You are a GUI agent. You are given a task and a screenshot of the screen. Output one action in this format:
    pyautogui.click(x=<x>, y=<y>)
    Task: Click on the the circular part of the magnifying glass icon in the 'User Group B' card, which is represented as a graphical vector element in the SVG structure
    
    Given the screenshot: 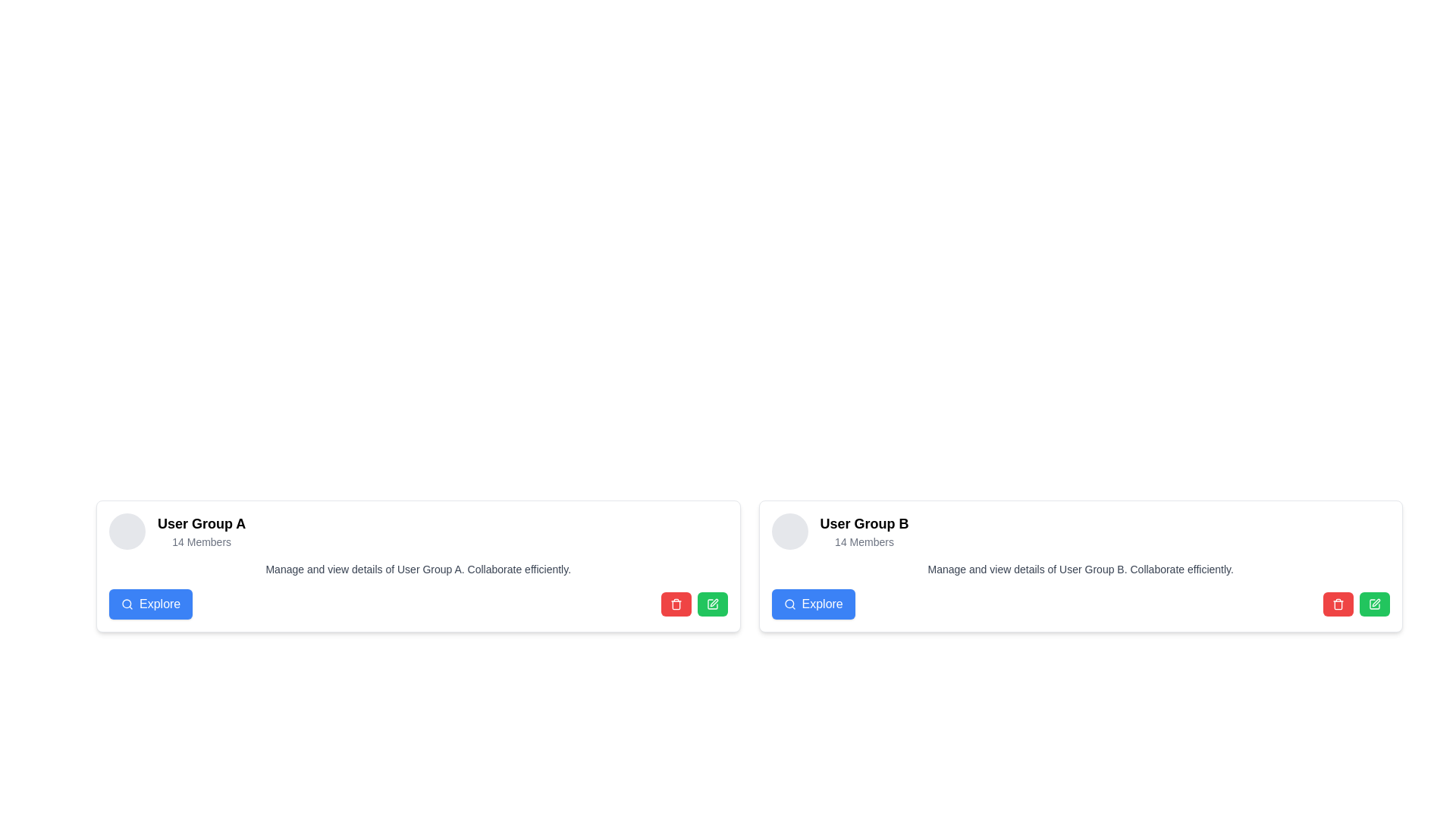 What is the action you would take?
    pyautogui.click(x=789, y=603)
    